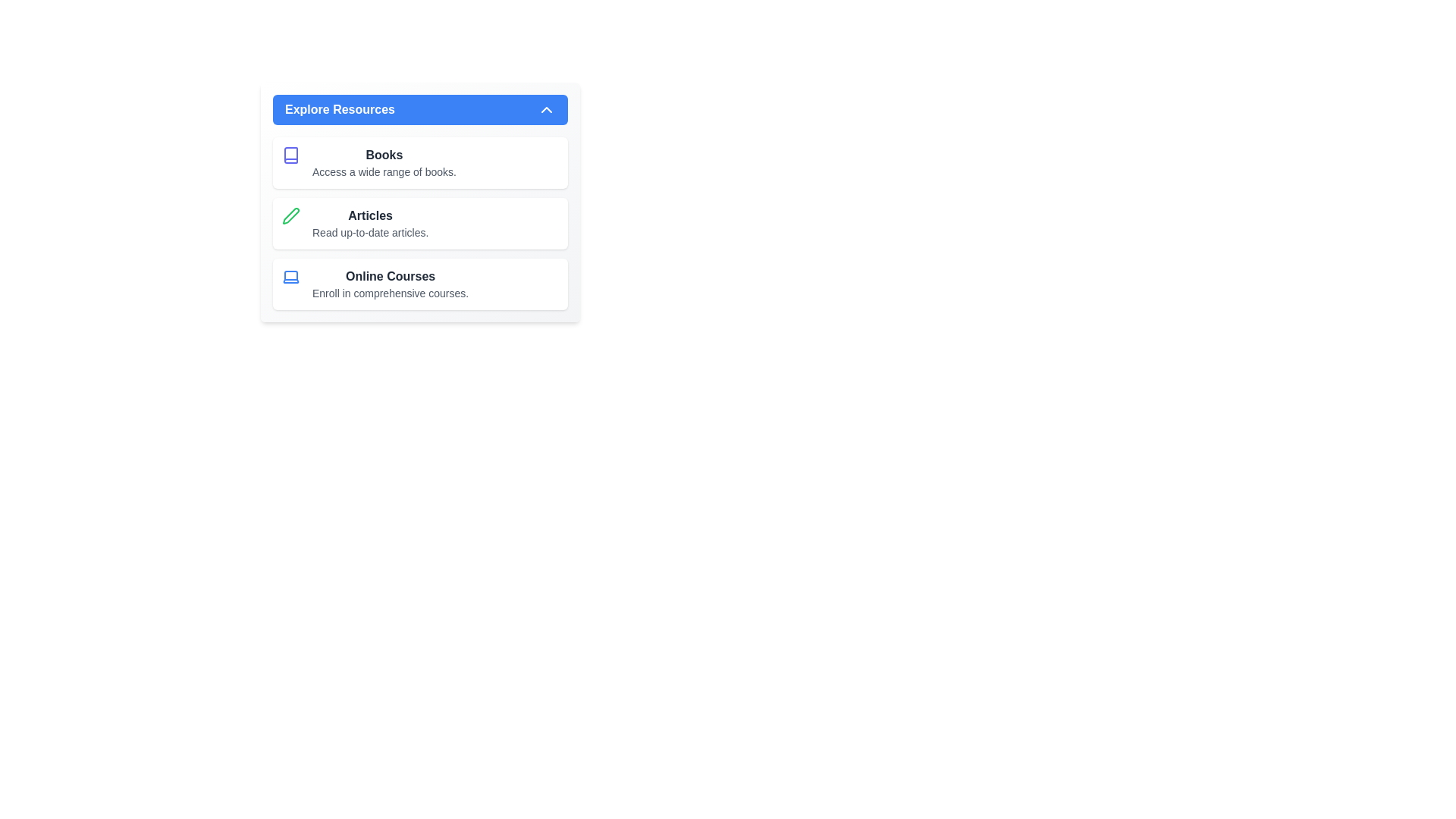 Image resolution: width=1456 pixels, height=819 pixels. I want to click on the bold text label reading 'Articles' located in the second row of the 'Explore Resources' list, above the descriptive text 'Read up-to-date articles.', so click(370, 216).